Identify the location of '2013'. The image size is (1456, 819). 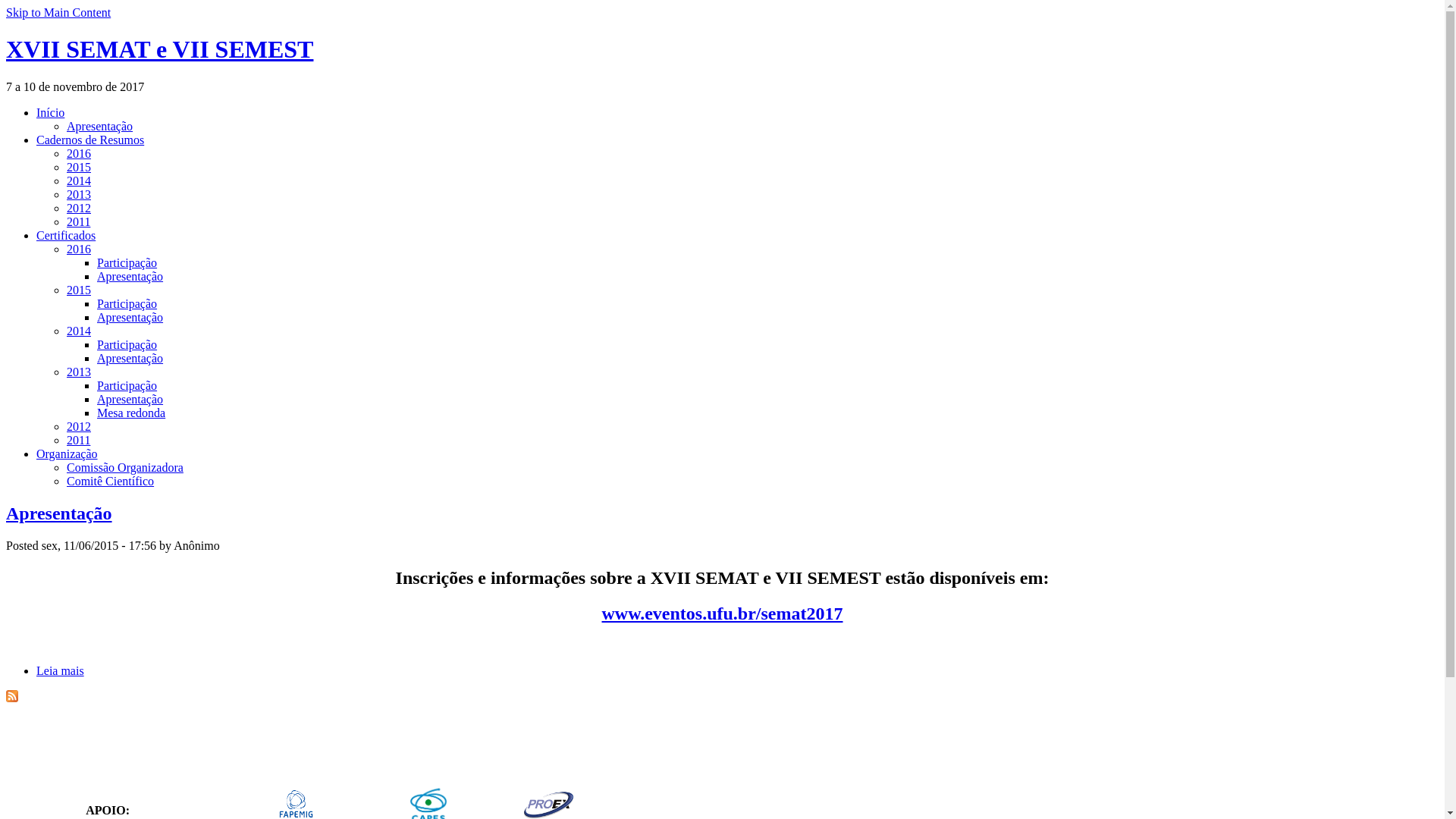
(78, 372).